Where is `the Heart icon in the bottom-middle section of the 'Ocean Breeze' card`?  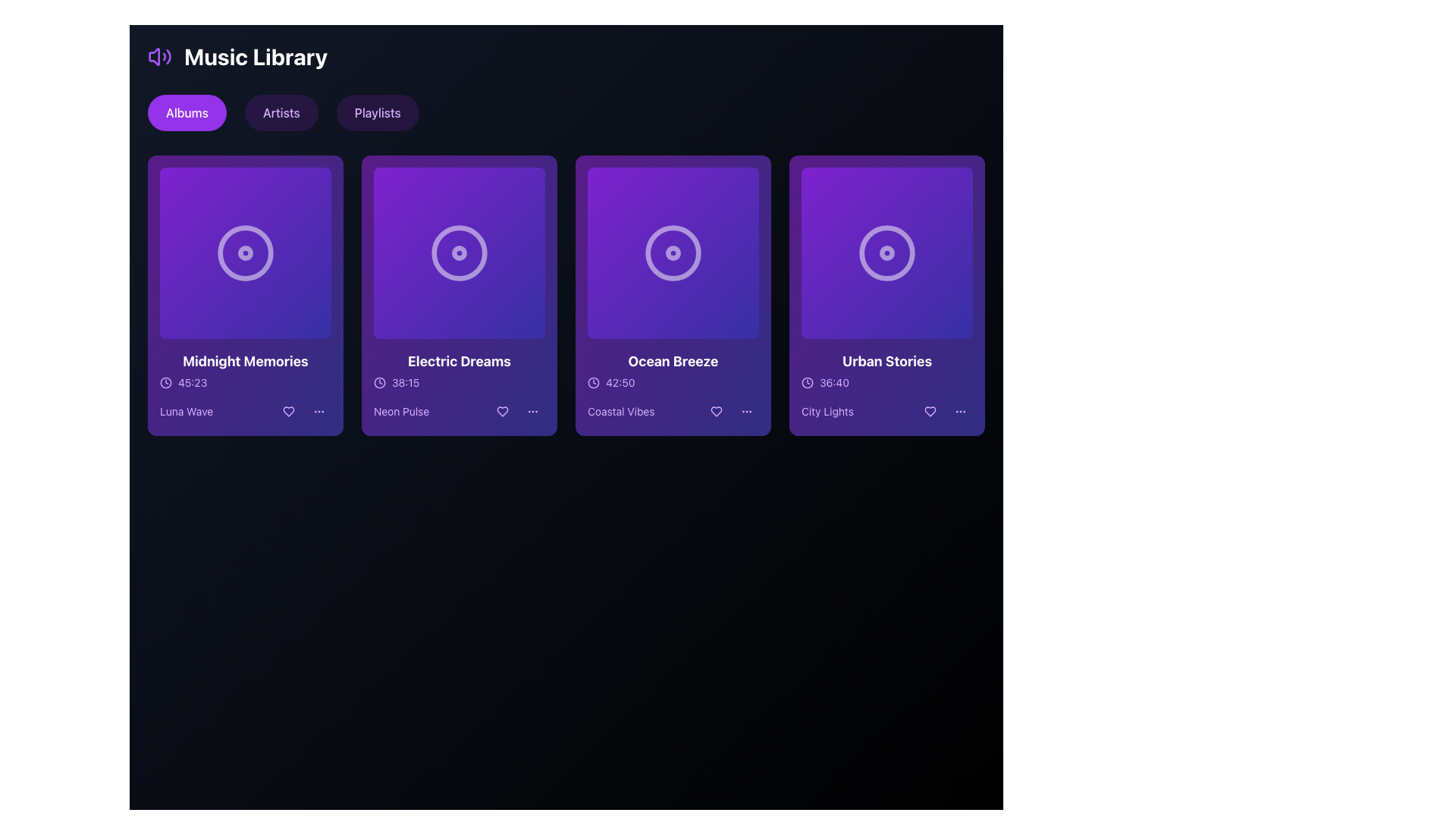
the Heart icon in the bottom-middle section of the 'Ocean Breeze' card is located at coordinates (716, 412).